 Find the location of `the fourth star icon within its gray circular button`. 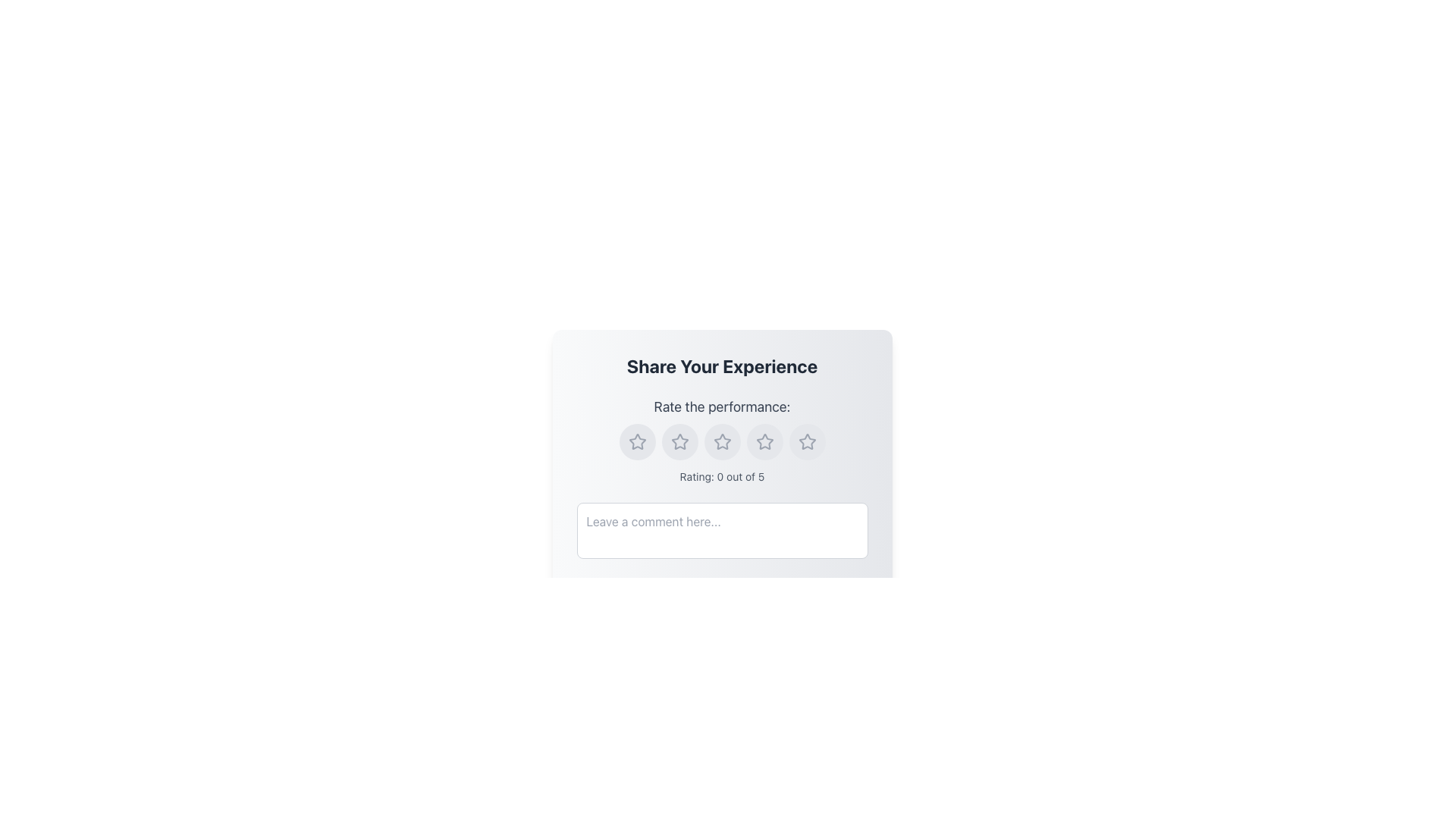

the fourth star icon within its gray circular button is located at coordinates (764, 441).